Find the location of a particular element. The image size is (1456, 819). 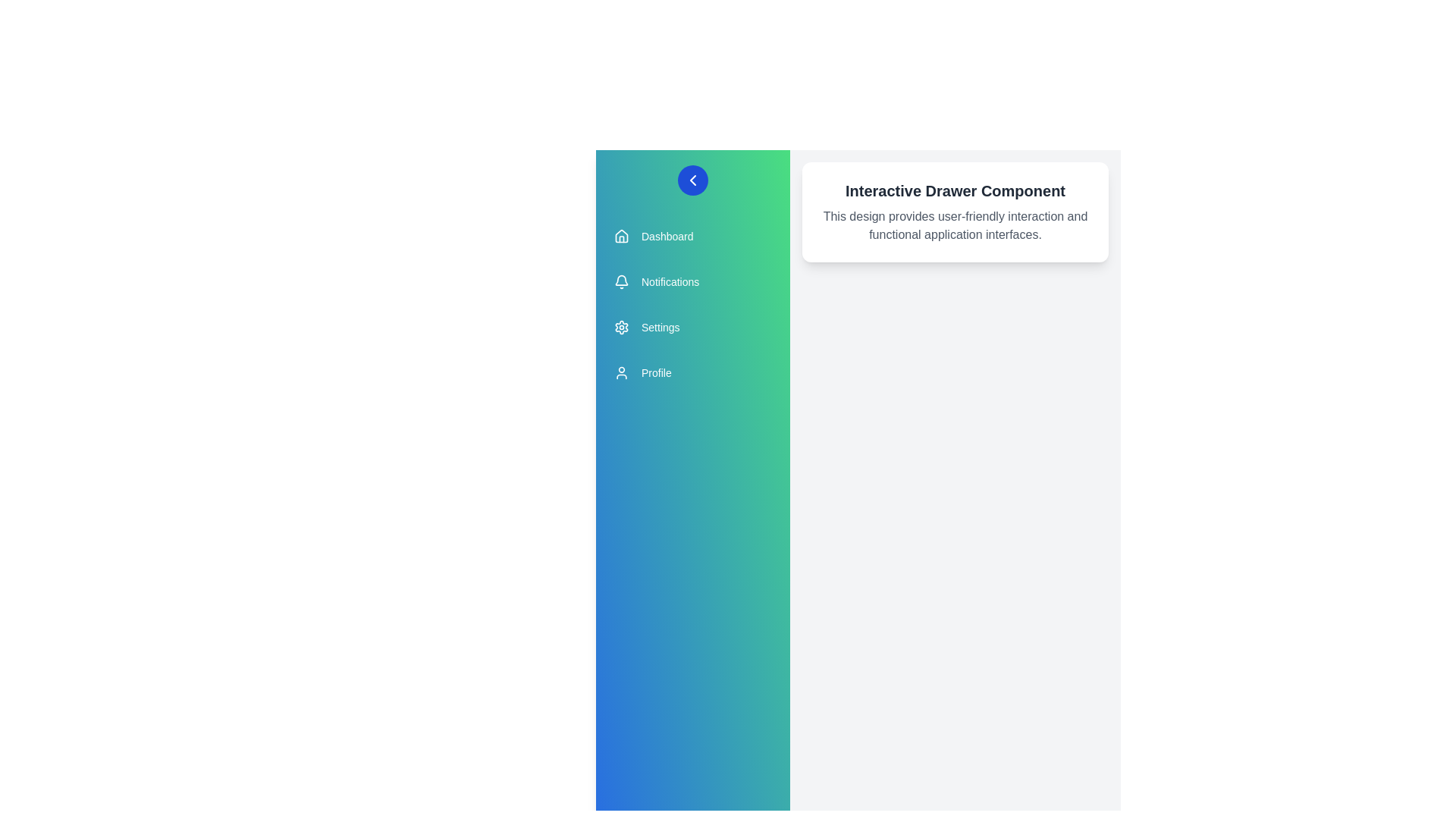

the menu item Settings from the drawer is located at coordinates (692, 327).